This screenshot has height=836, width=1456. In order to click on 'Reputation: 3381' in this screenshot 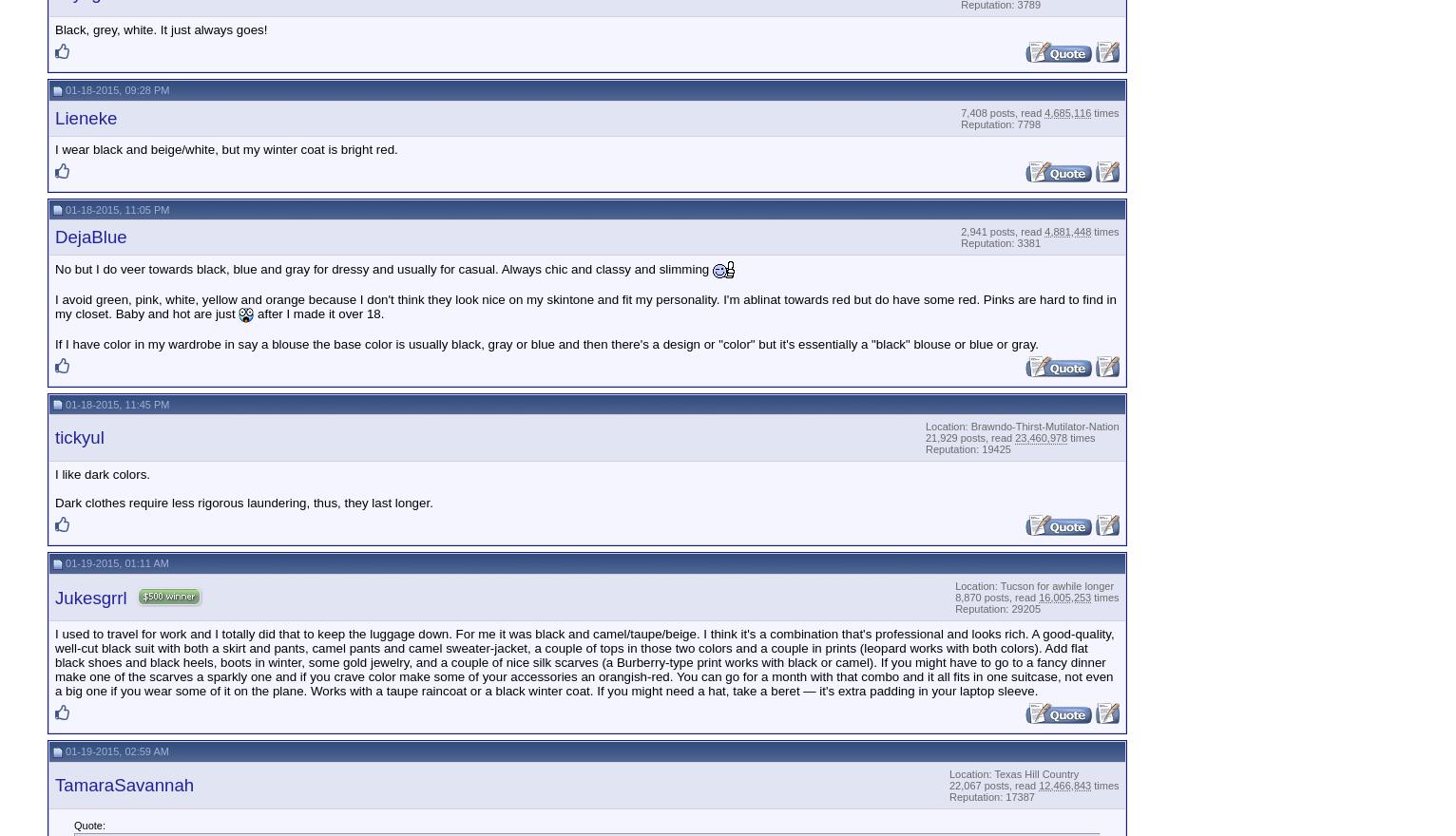, I will do `click(1000, 241)`.